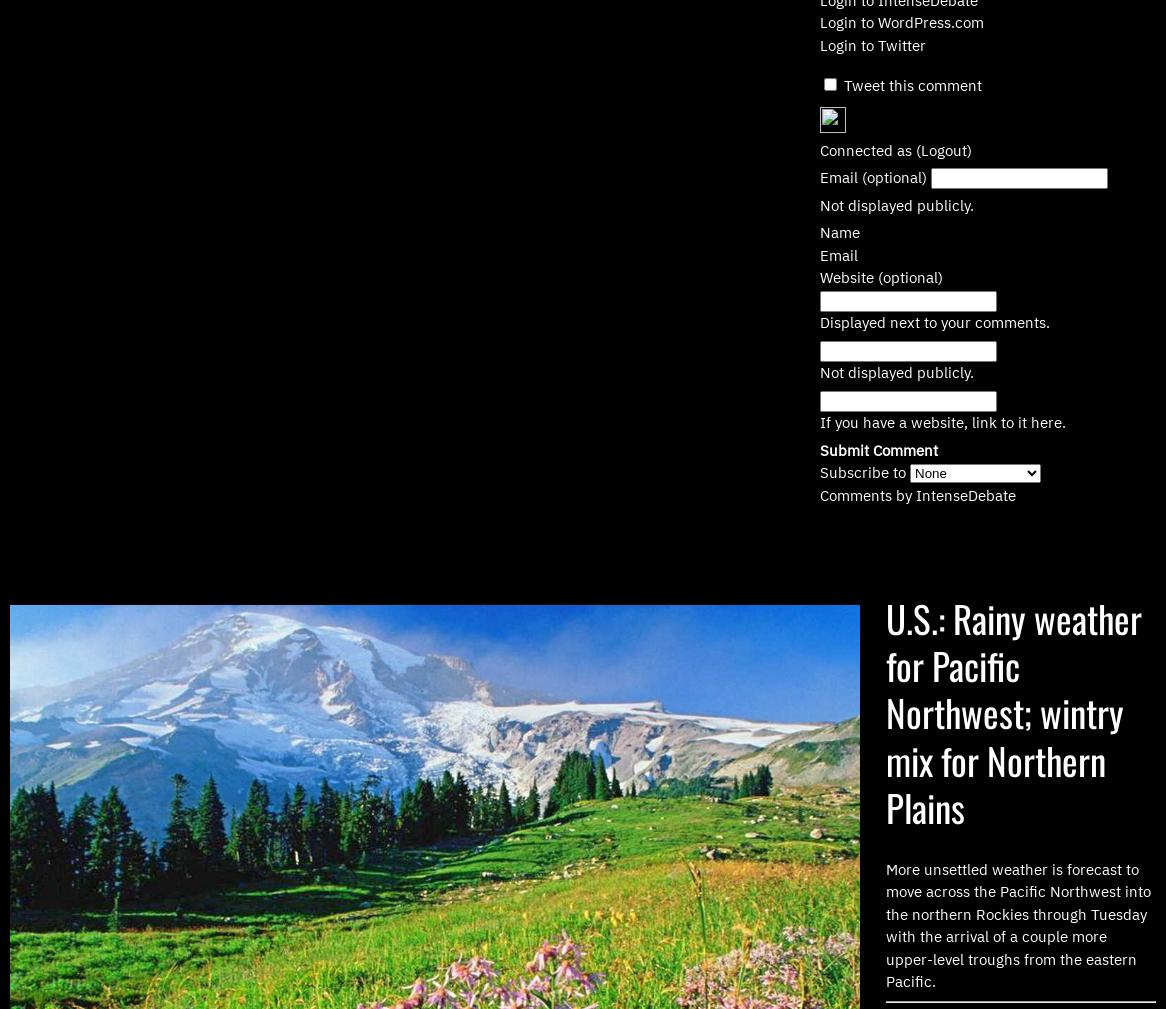 This screenshot has height=1009, width=1166. What do you see at coordinates (917, 148) in the screenshot?
I see `'('` at bounding box center [917, 148].